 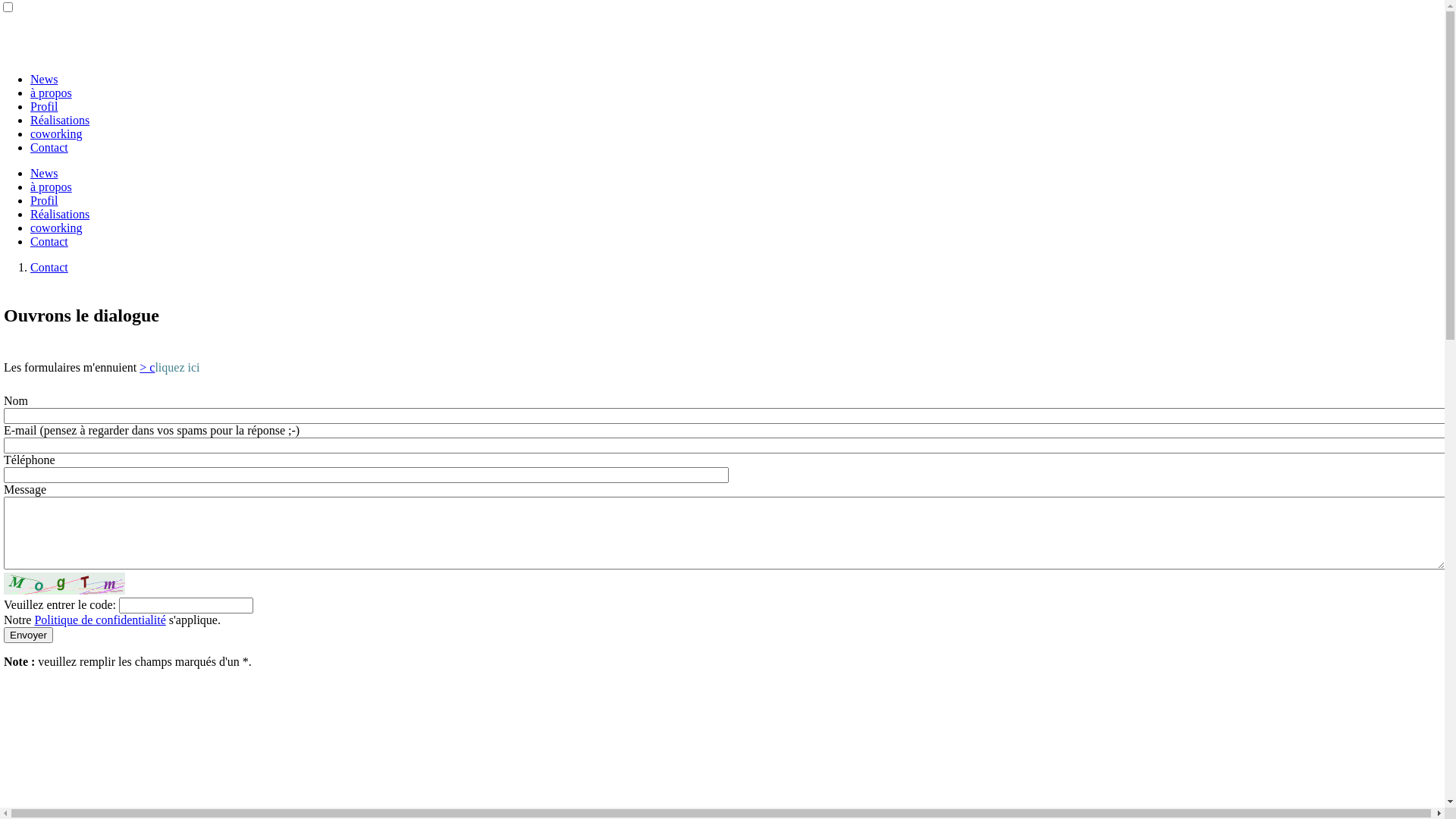 What do you see at coordinates (55, 227) in the screenshot?
I see `'coworking'` at bounding box center [55, 227].